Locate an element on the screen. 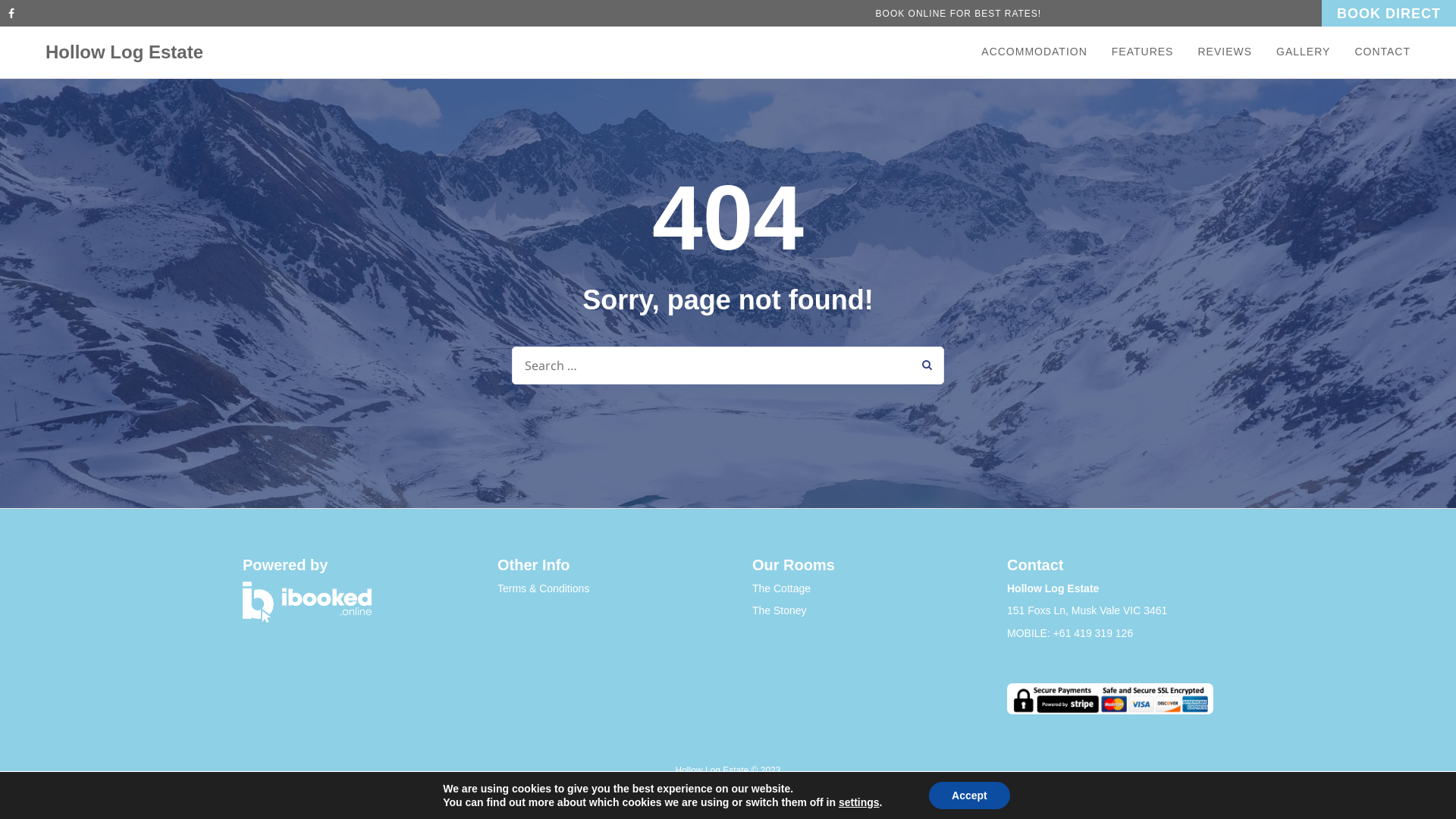 This screenshot has width=1456, height=819. 'ACCOMMODATION' is located at coordinates (1040, 52).